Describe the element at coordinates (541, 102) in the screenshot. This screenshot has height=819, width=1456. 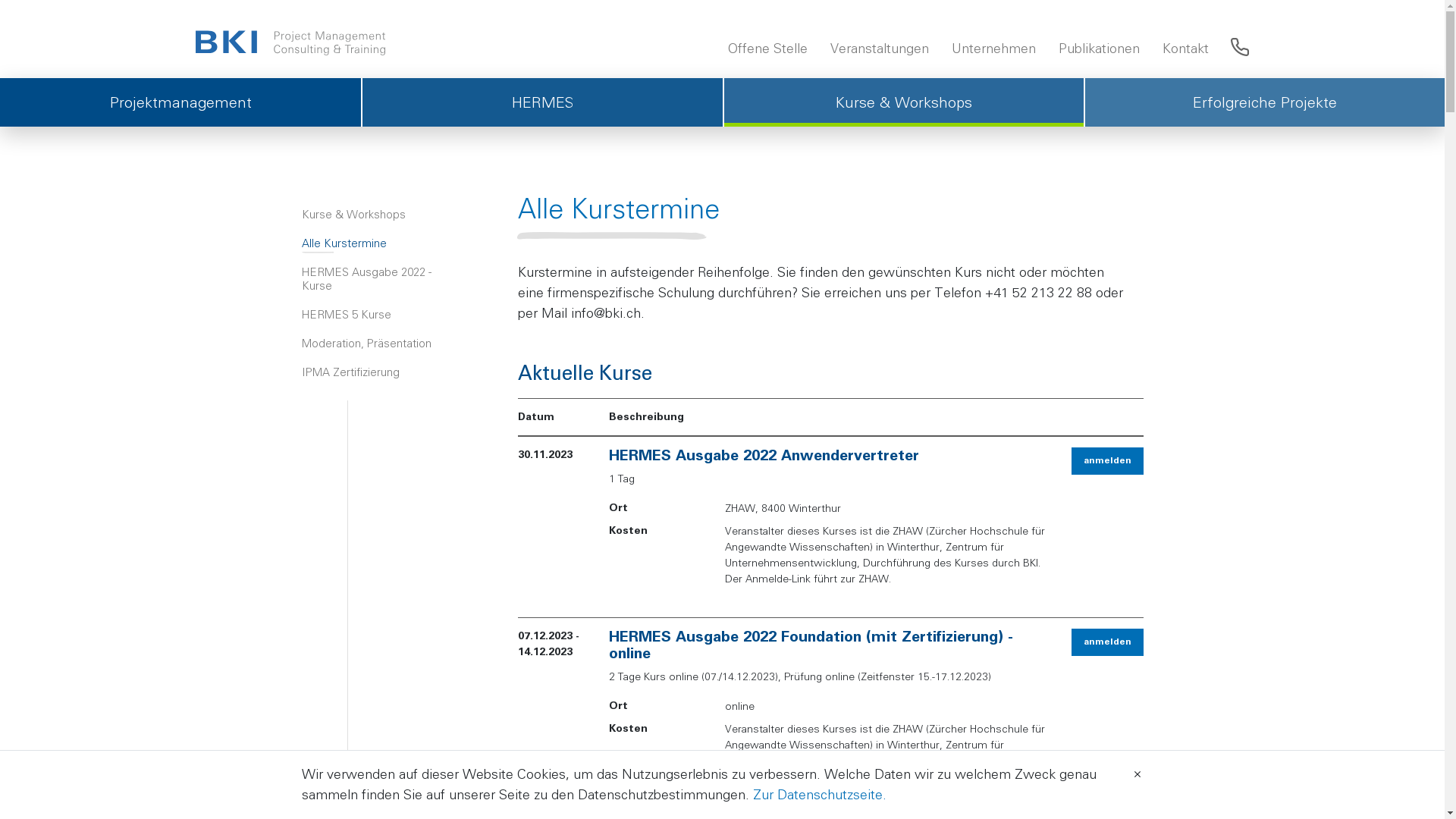
I see `'HERMES'` at that location.